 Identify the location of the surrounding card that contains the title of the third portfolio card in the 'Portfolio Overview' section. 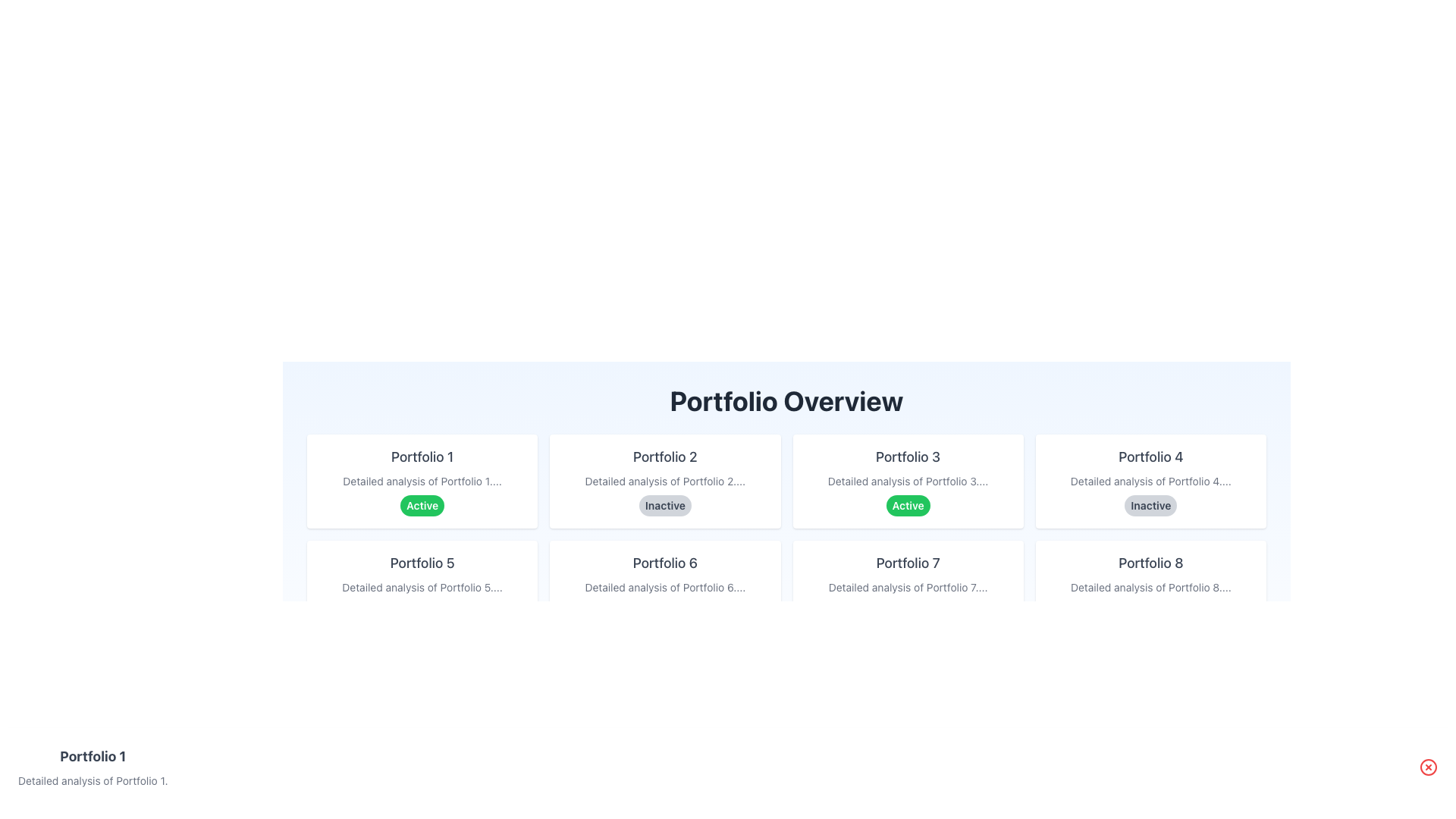
(908, 456).